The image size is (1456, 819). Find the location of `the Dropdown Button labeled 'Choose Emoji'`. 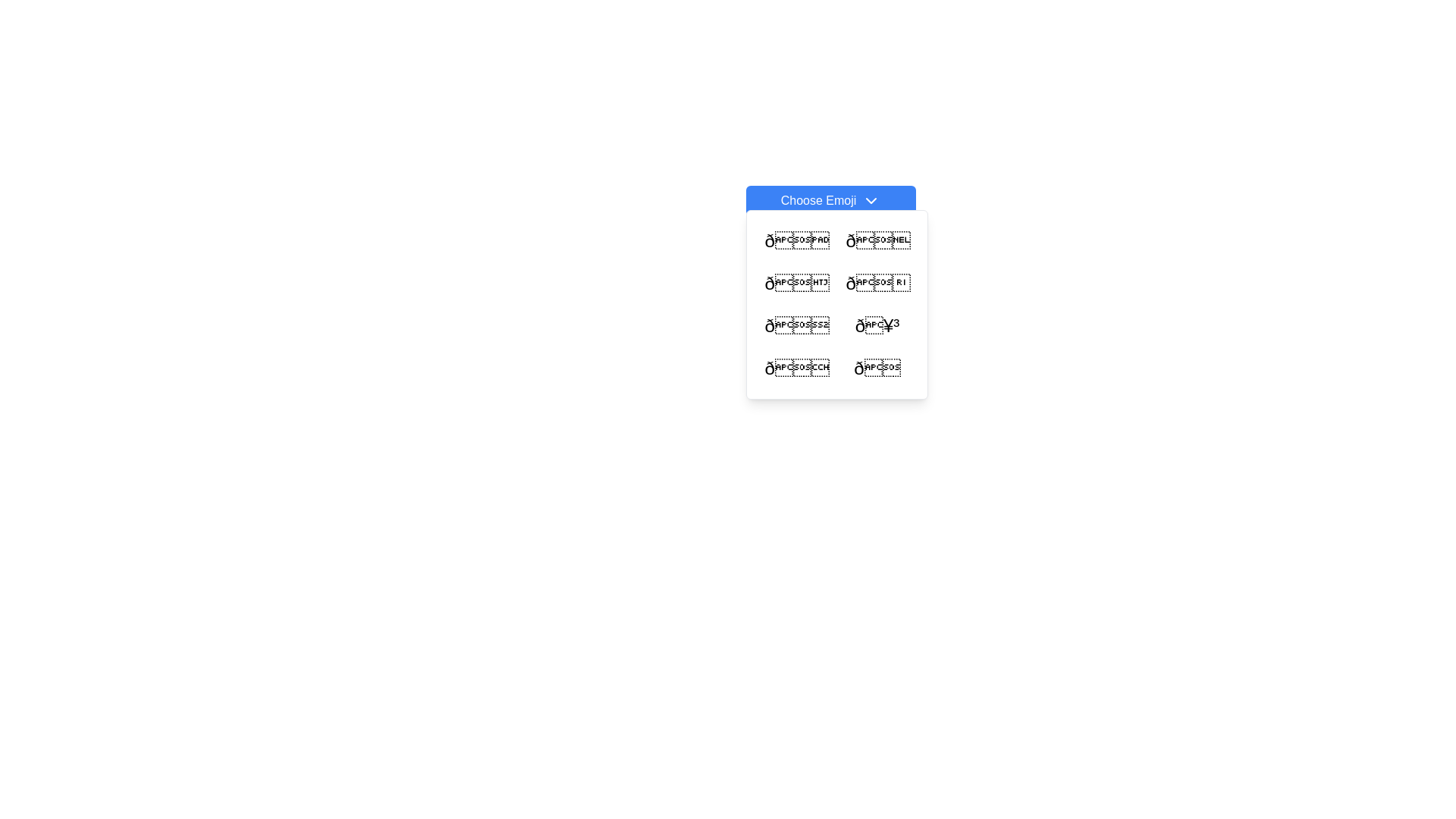

the Dropdown Button labeled 'Choose Emoji' is located at coordinates (830, 200).